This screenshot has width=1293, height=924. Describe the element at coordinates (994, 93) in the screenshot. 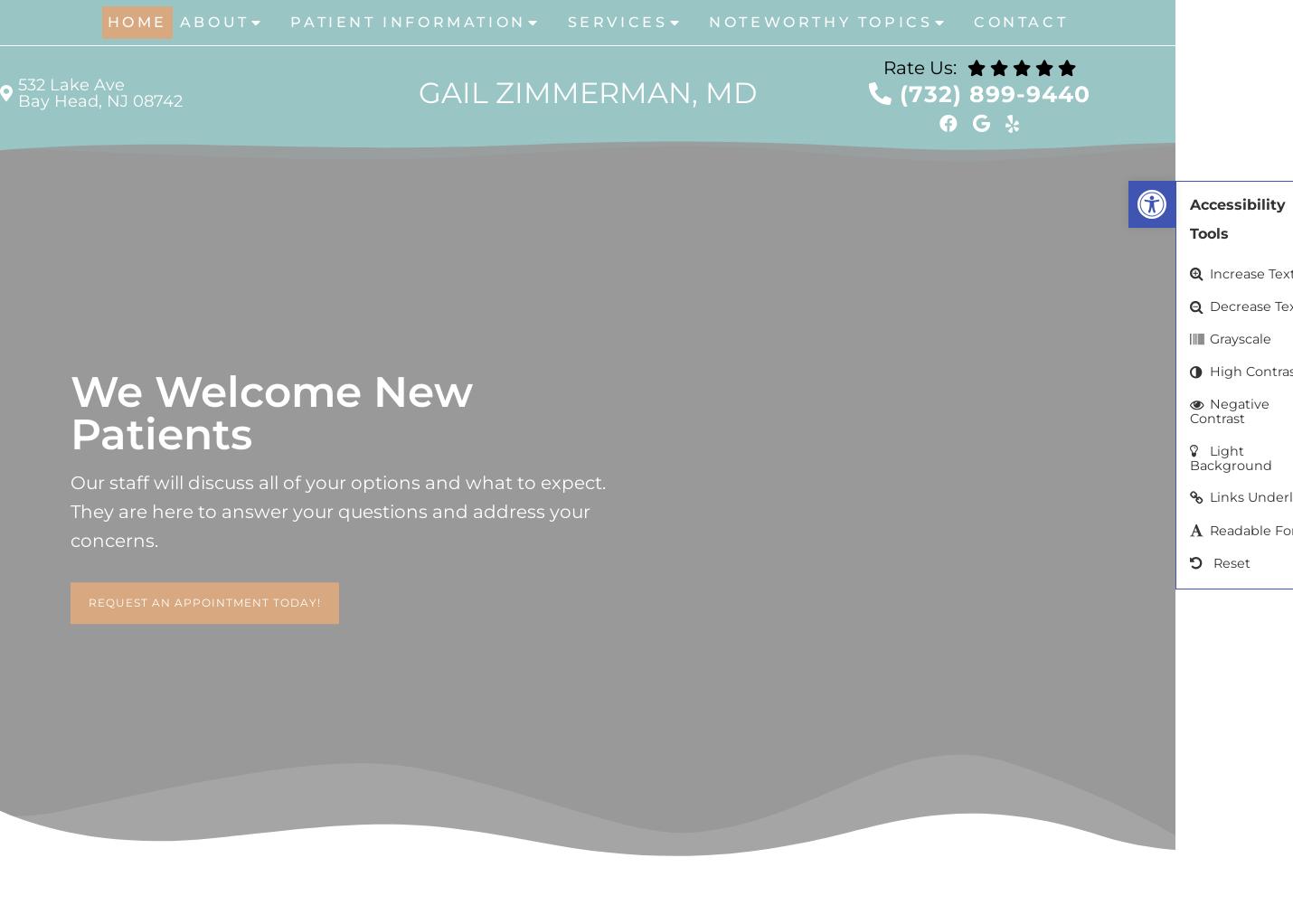

I see `'(732) 899-9440'` at that location.